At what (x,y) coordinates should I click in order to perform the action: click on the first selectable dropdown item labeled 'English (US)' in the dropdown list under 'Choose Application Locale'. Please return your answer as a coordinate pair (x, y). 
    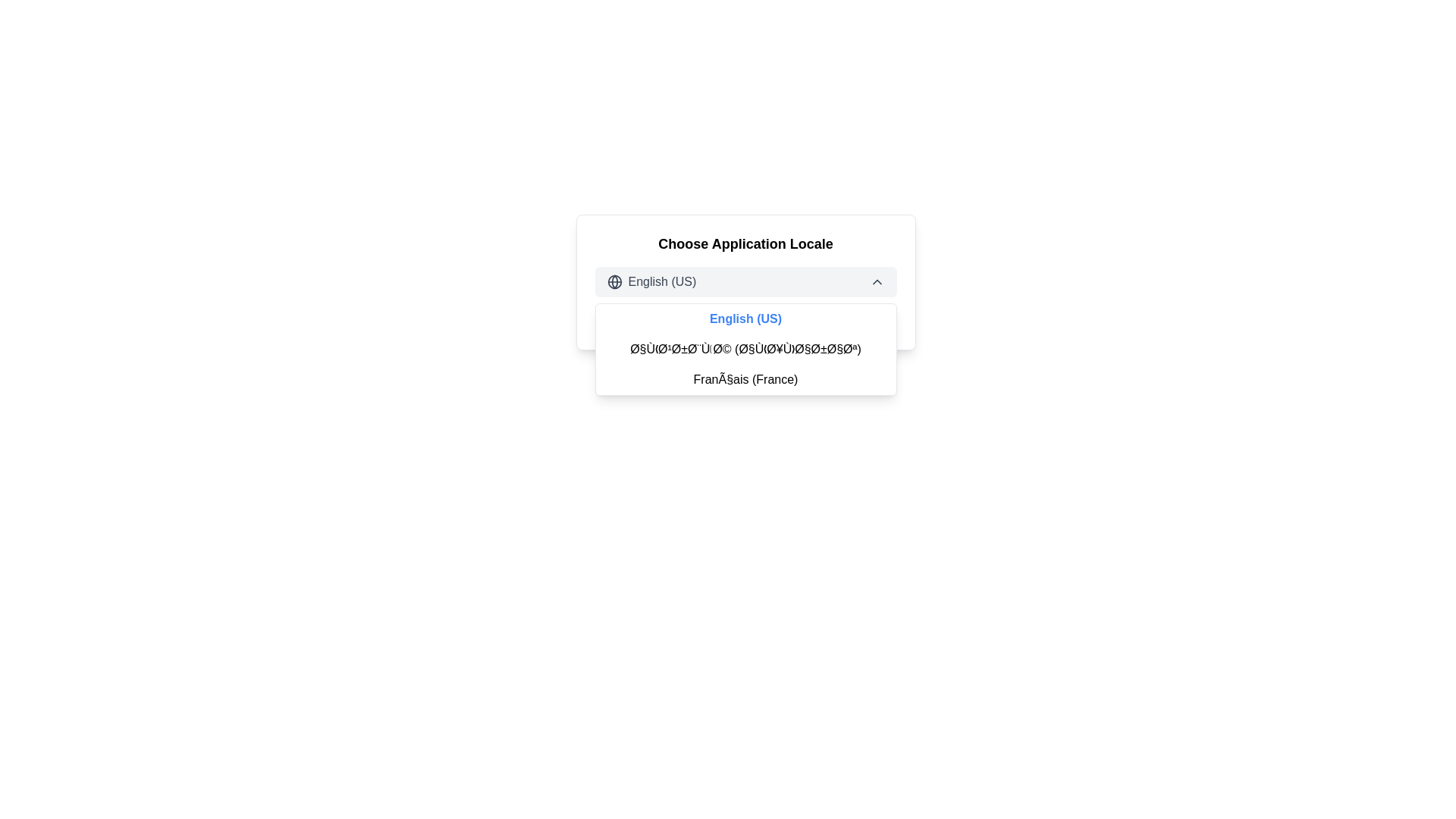
    Looking at the image, I should click on (651, 281).